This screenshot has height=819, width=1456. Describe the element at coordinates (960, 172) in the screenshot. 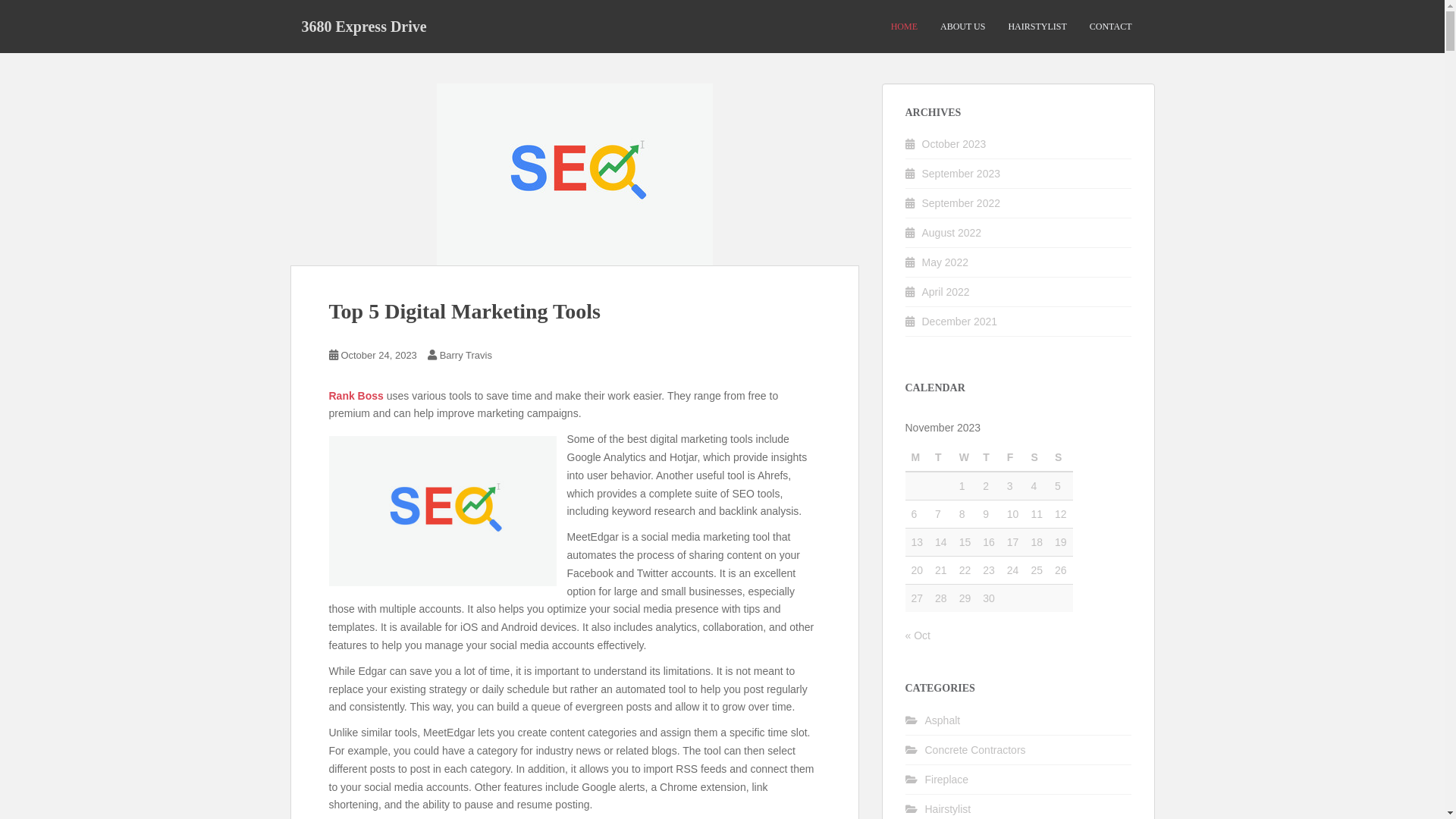

I see `'September 2023'` at that location.